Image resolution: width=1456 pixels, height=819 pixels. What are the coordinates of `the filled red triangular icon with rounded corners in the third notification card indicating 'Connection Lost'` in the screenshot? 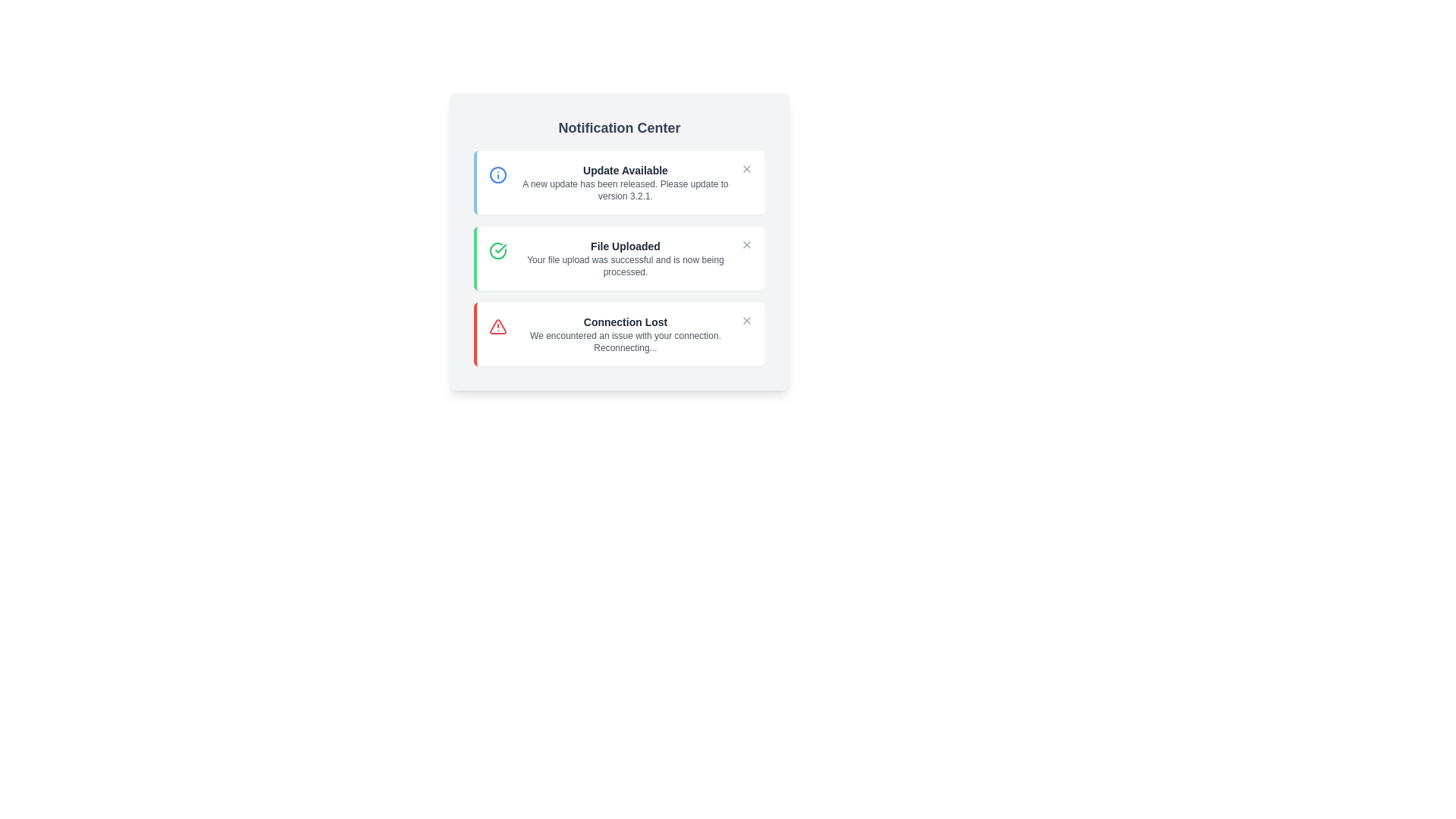 It's located at (498, 326).